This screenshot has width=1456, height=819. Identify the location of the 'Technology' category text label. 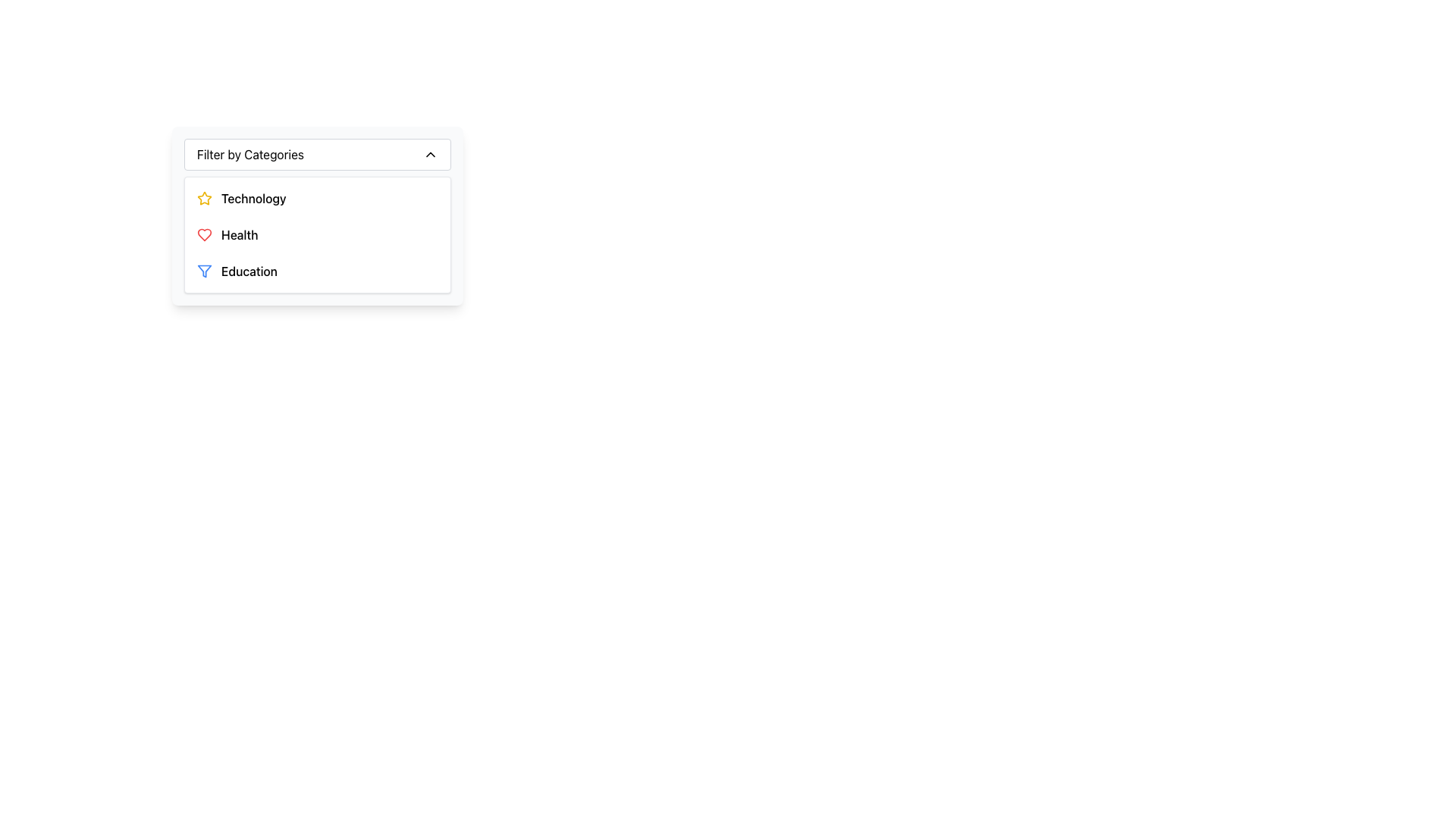
(253, 198).